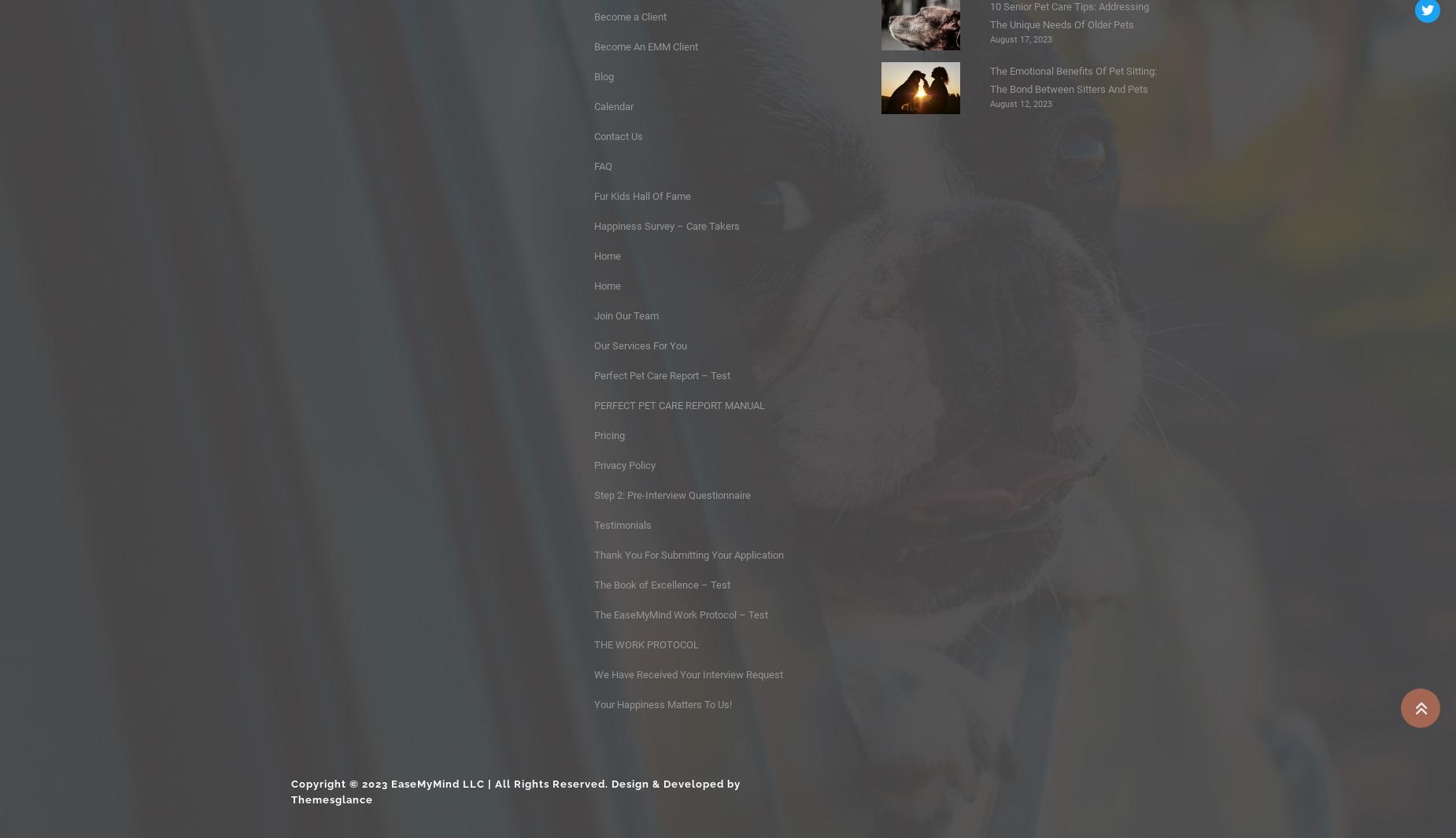 This screenshot has width=1456, height=838. What do you see at coordinates (603, 165) in the screenshot?
I see `'FAQ'` at bounding box center [603, 165].